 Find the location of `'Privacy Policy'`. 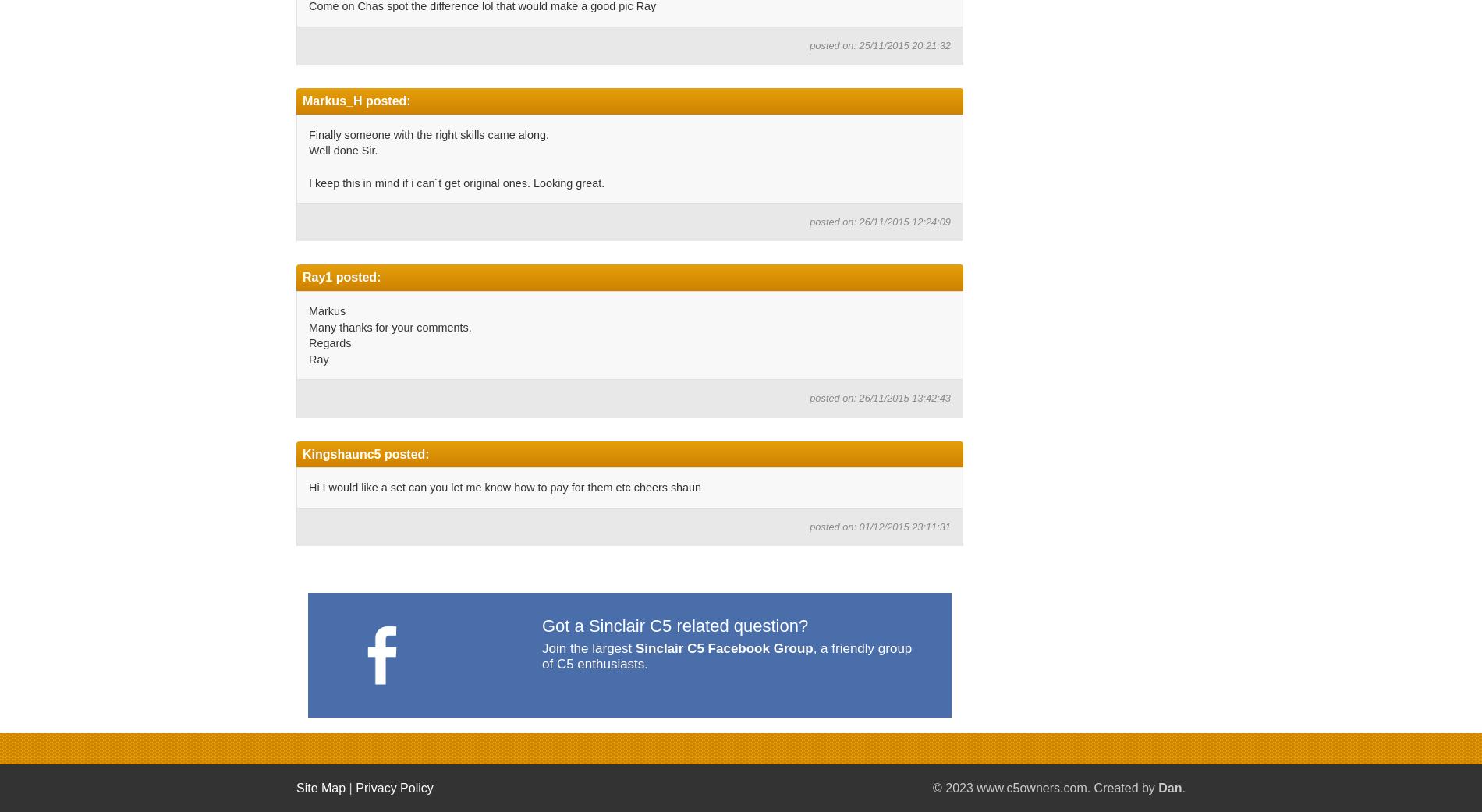

'Privacy Policy' is located at coordinates (394, 788).